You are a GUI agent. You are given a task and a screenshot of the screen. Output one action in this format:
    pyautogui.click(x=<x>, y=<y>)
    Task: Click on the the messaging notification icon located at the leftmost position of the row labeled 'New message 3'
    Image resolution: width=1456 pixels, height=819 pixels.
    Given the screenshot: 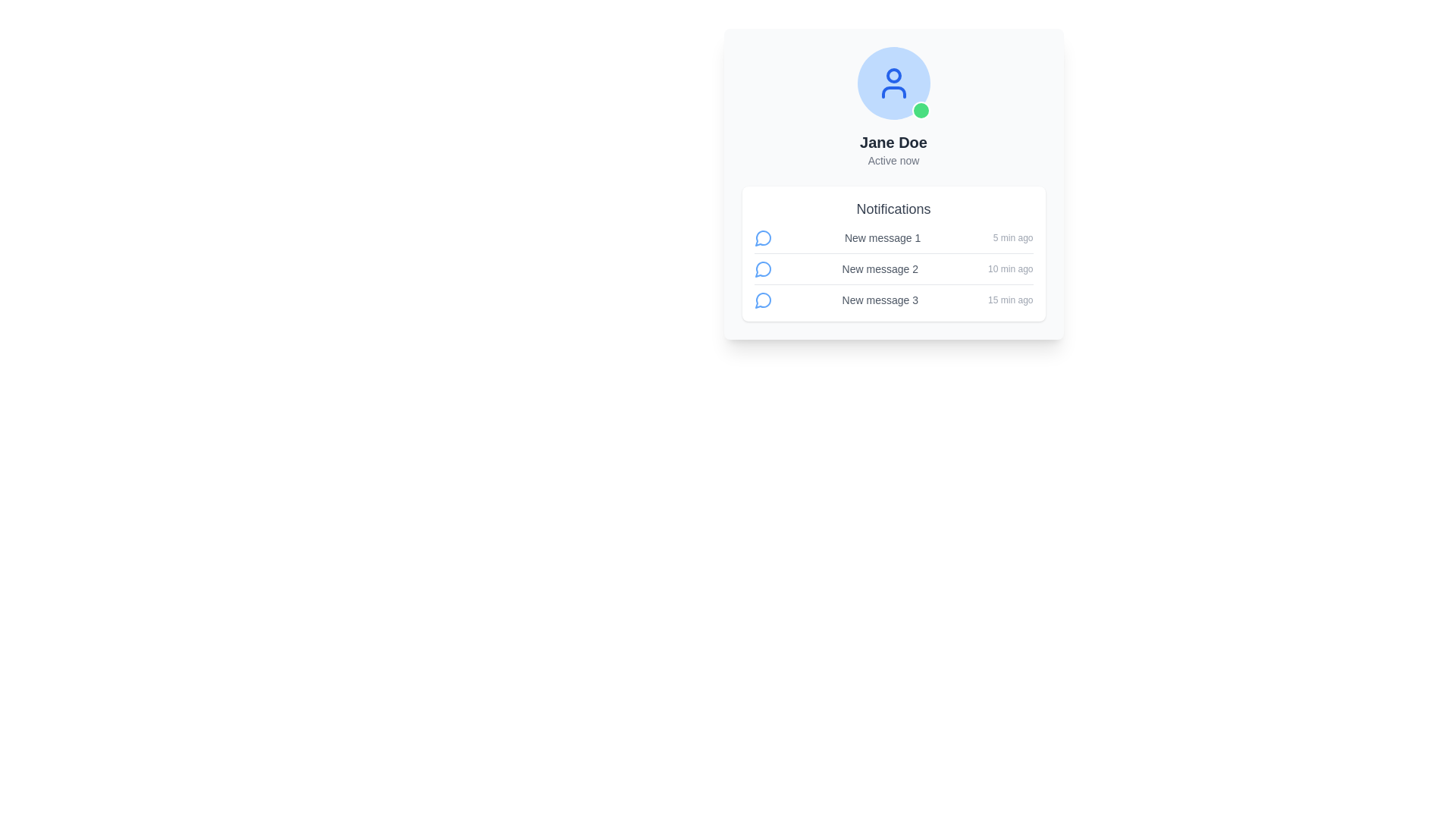 What is the action you would take?
    pyautogui.click(x=763, y=300)
    